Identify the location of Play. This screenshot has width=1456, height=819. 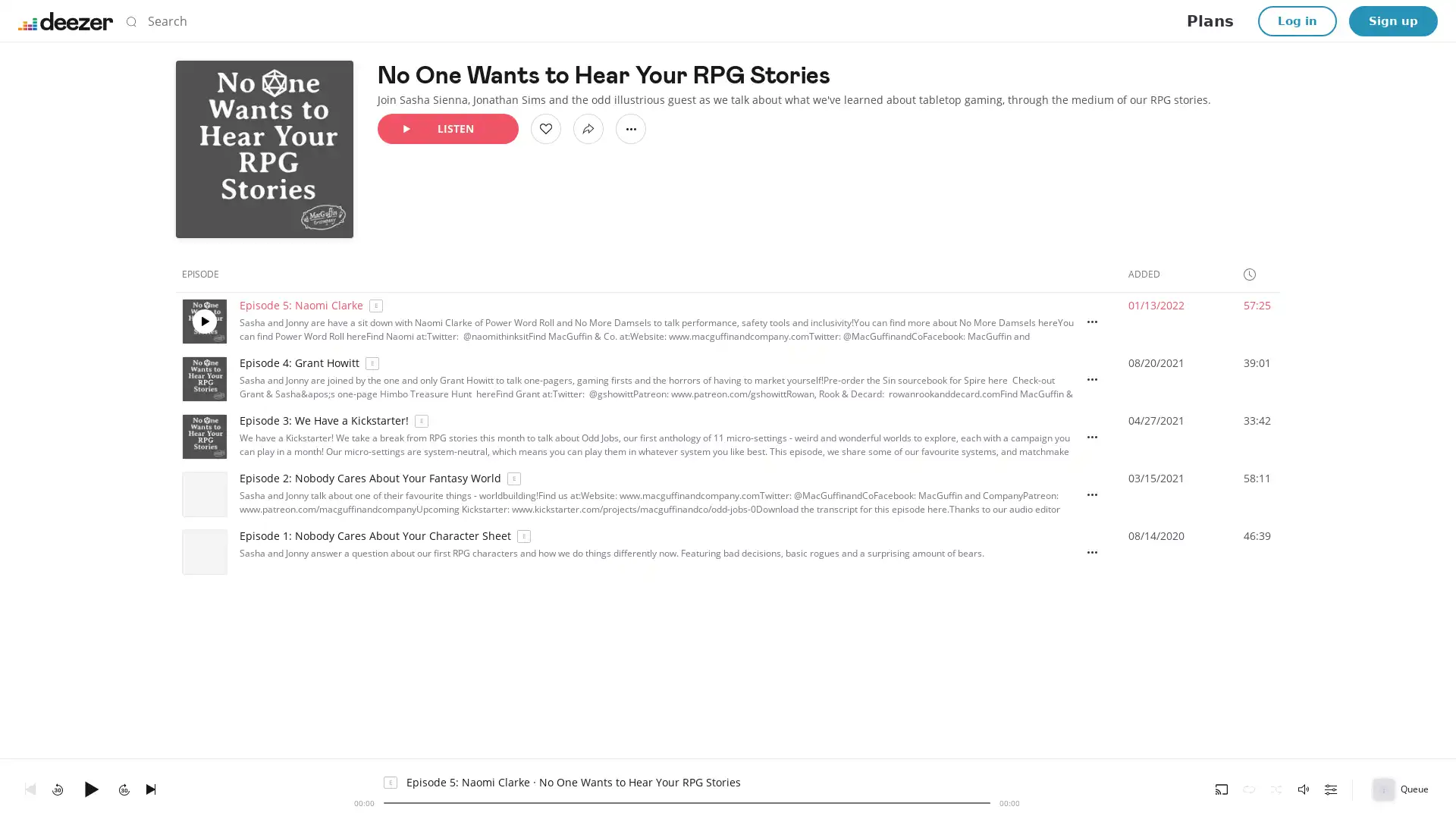
(90, 788).